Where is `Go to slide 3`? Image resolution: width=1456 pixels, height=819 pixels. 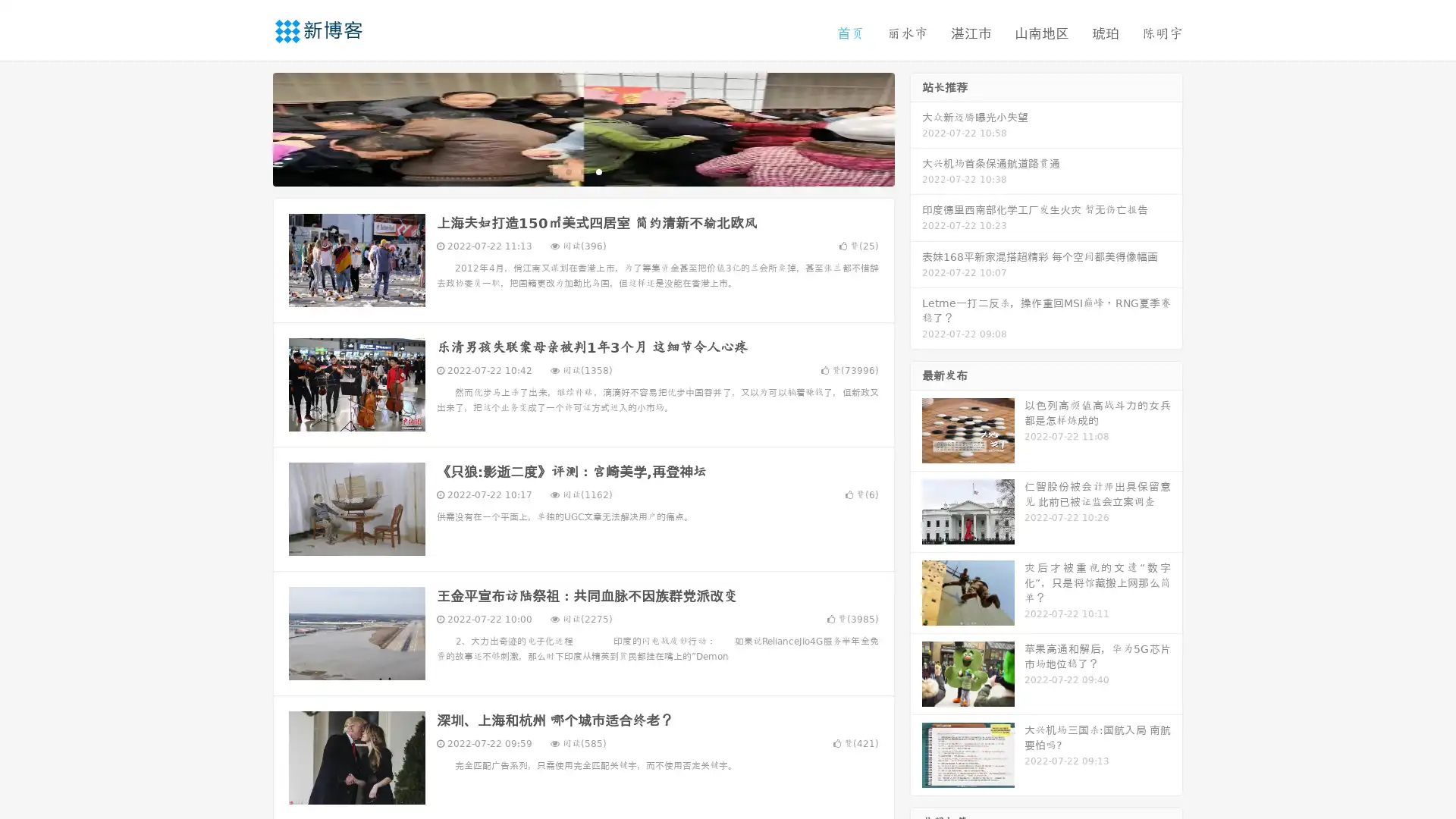 Go to slide 3 is located at coordinates (598, 171).